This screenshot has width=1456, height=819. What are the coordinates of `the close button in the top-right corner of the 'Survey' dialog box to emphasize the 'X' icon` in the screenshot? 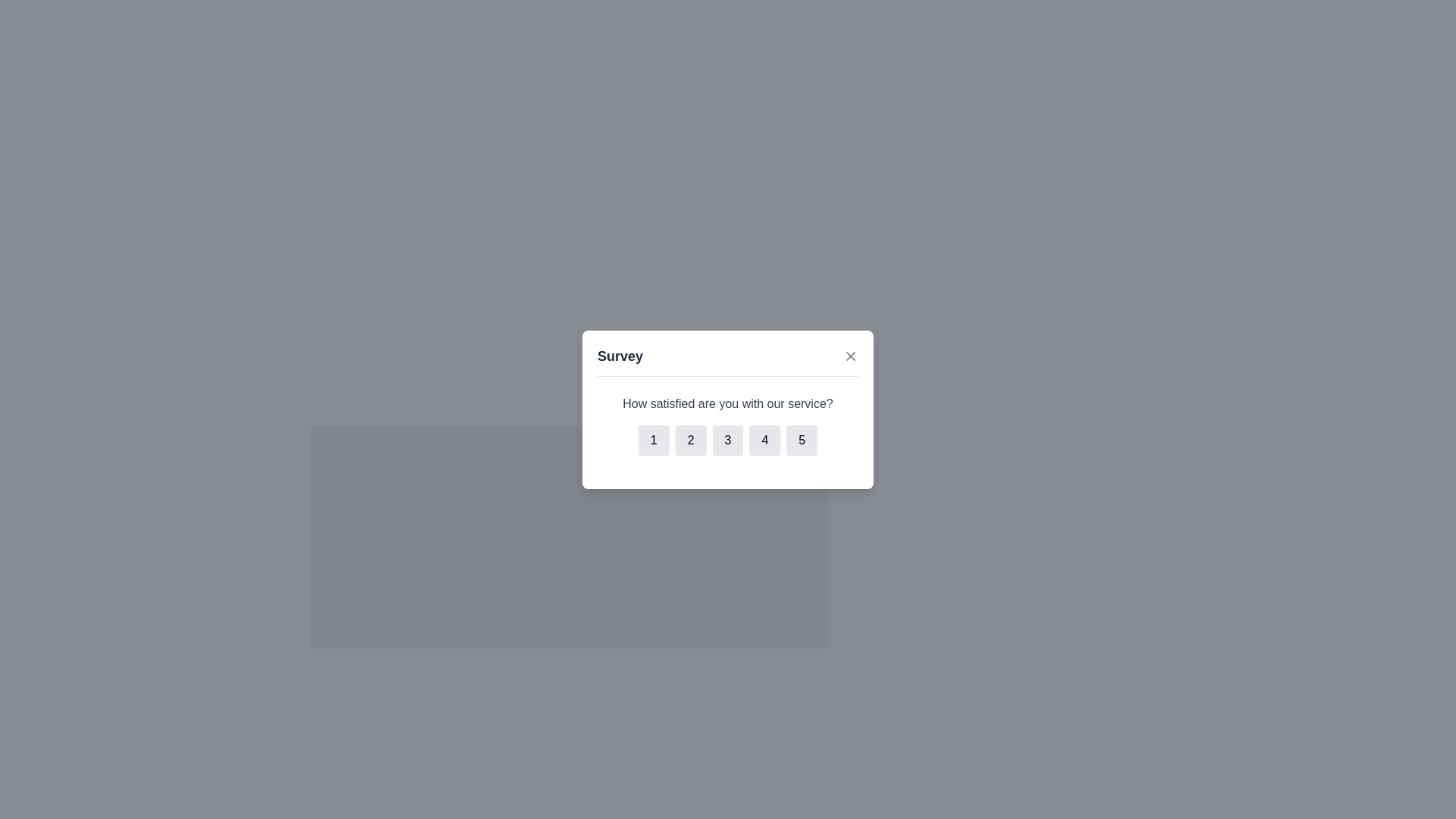 It's located at (851, 356).